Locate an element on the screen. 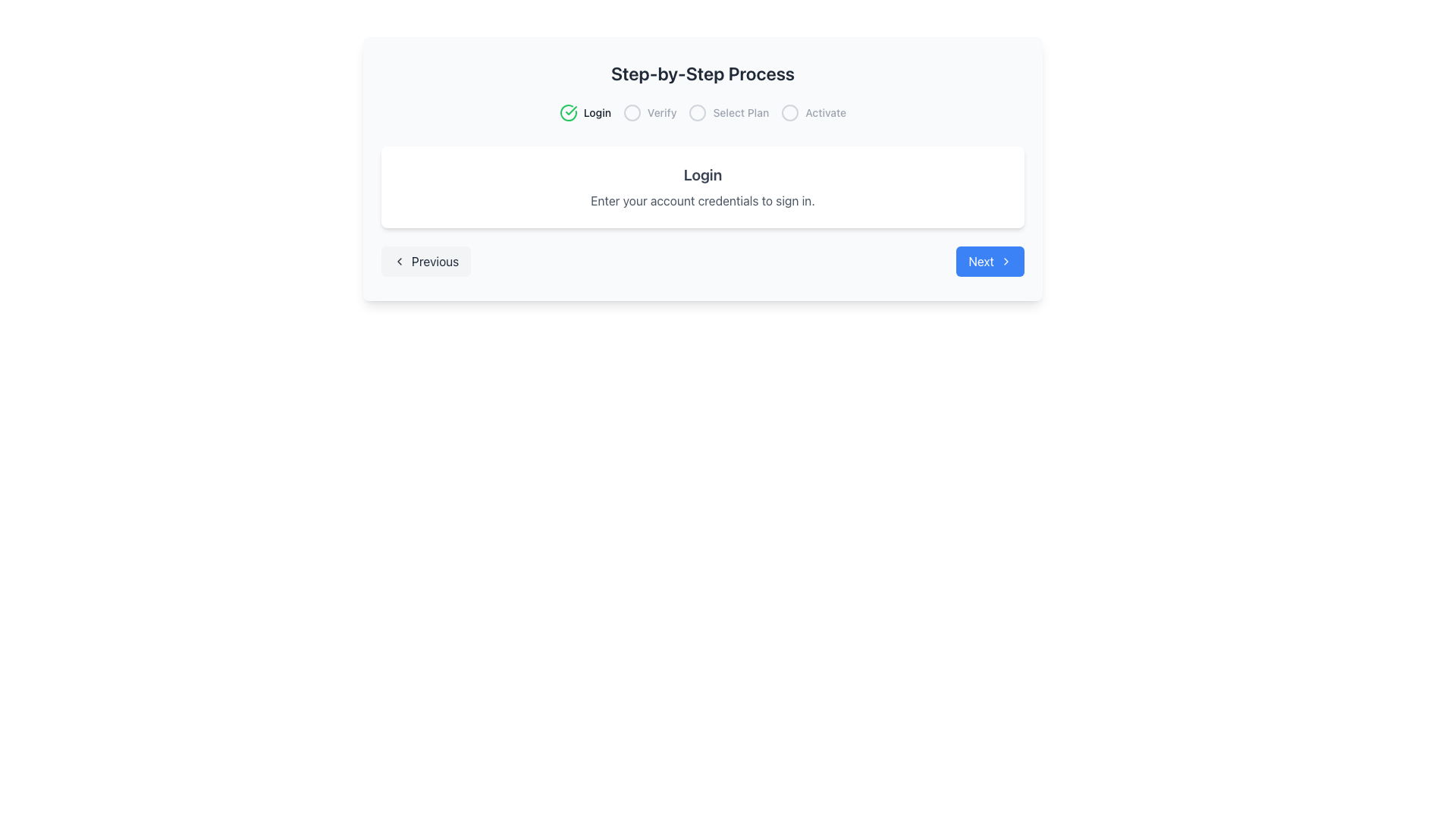 This screenshot has height=819, width=1456. the fourth Circle graphic in the sequence above the text labeled 'Activate', which represents a step in a sequential process is located at coordinates (789, 112).